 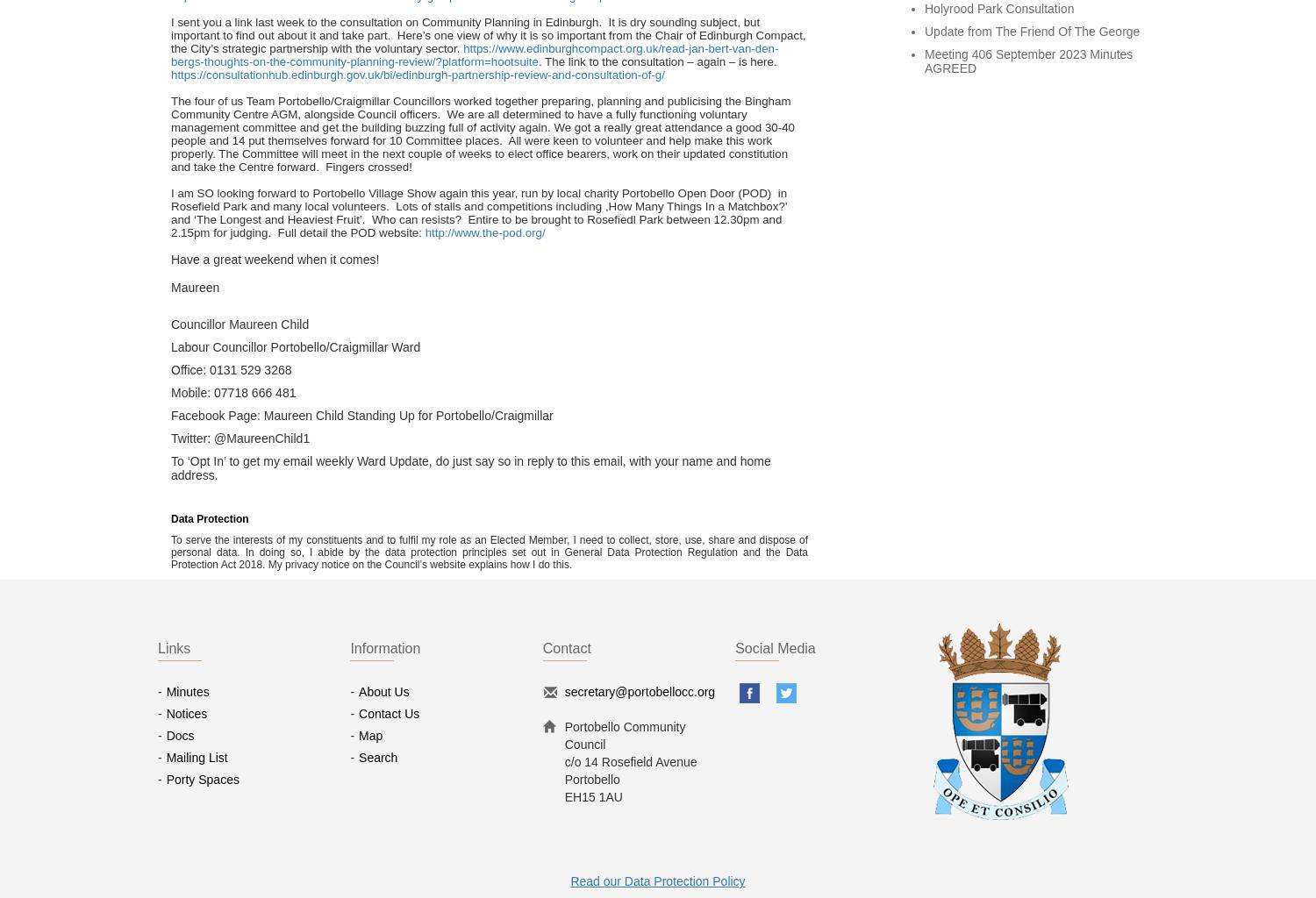 I want to click on 'Map', so click(x=370, y=734).